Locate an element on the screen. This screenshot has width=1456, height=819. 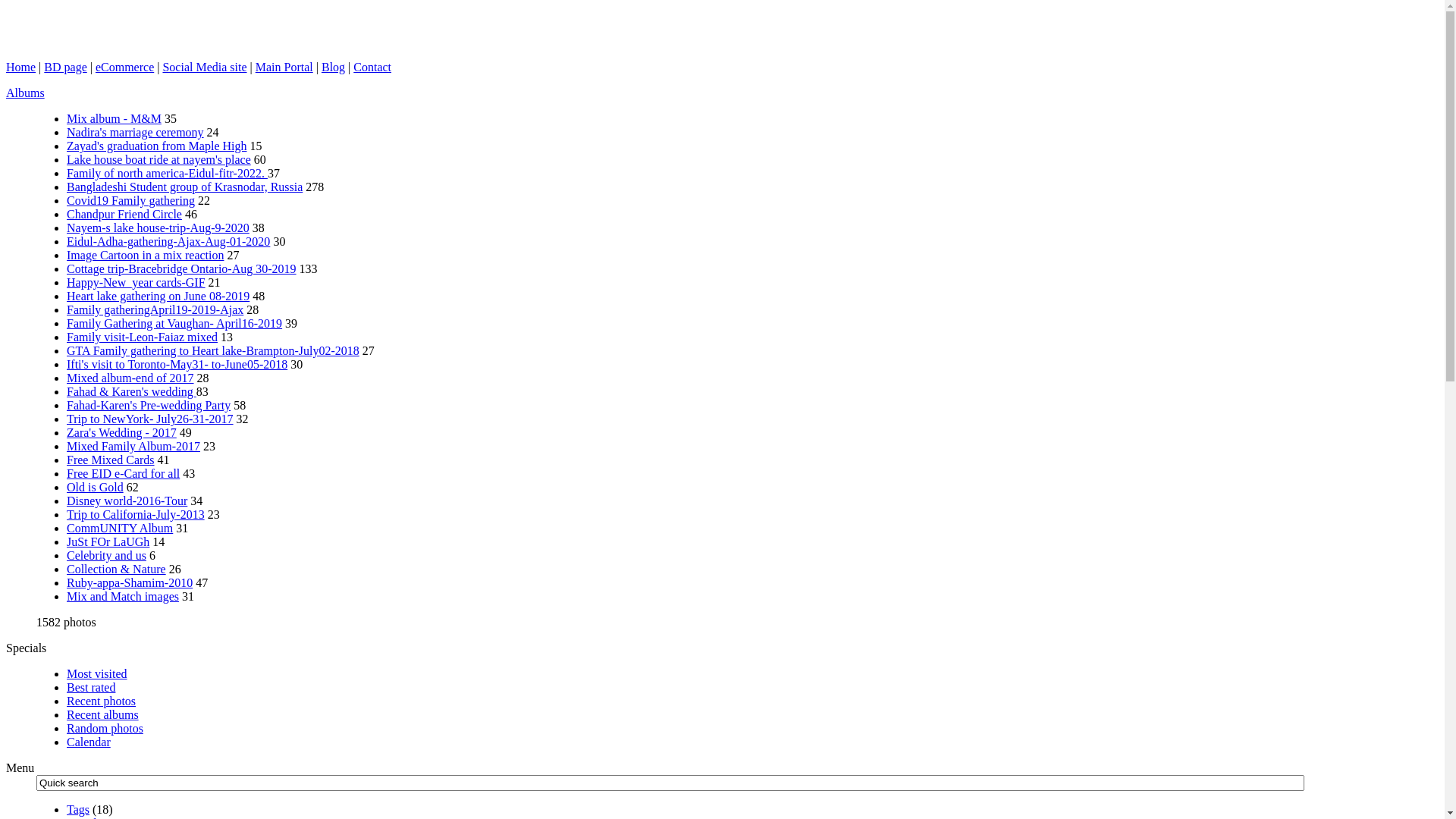
'Disney world-2016-Tour' is located at coordinates (127, 500).